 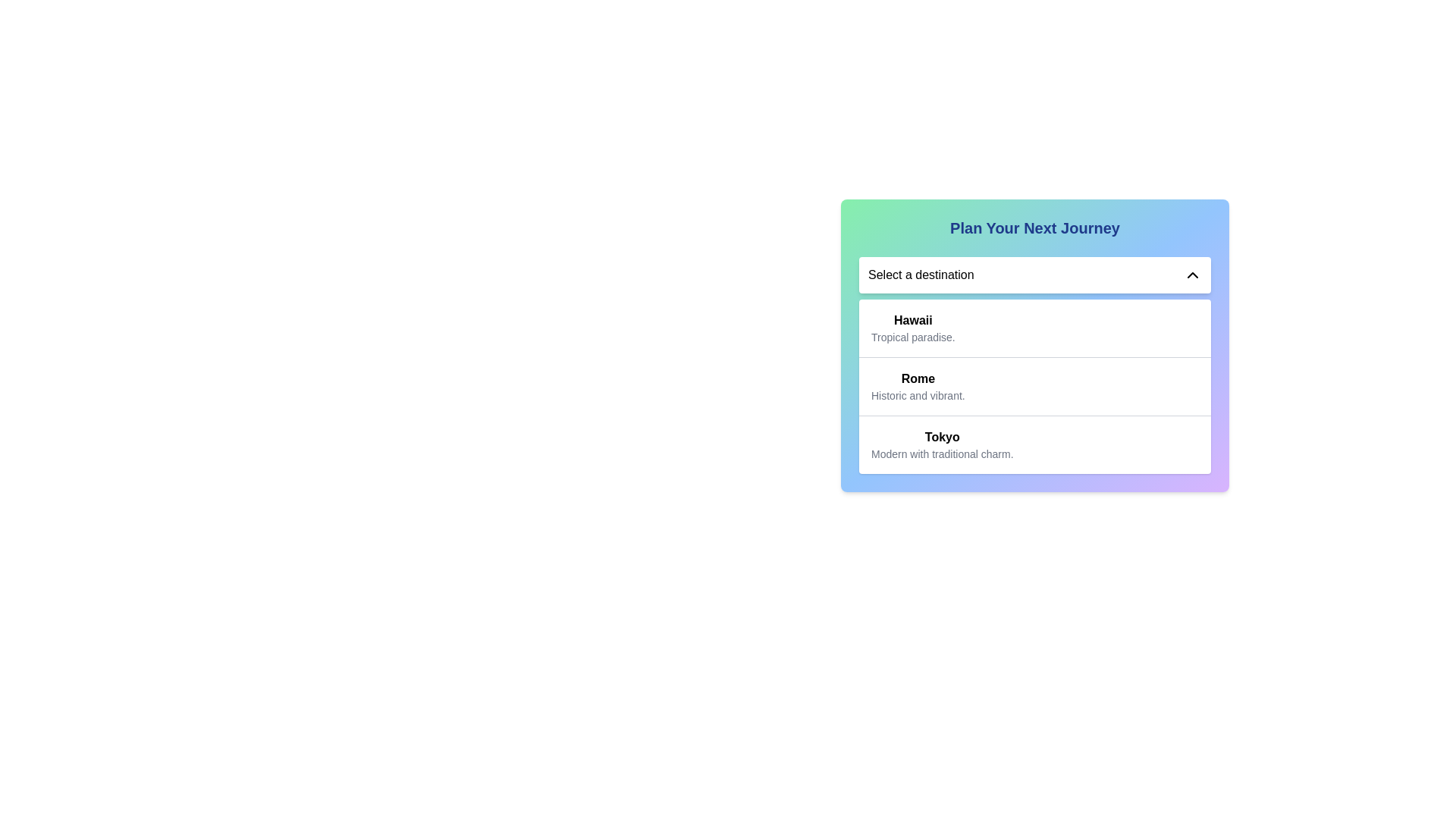 I want to click on the second option in the dropdown menu titled 'Select a destination', which is labeled 'Rome' with a bold title and a description below it, so click(x=1034, y=366).